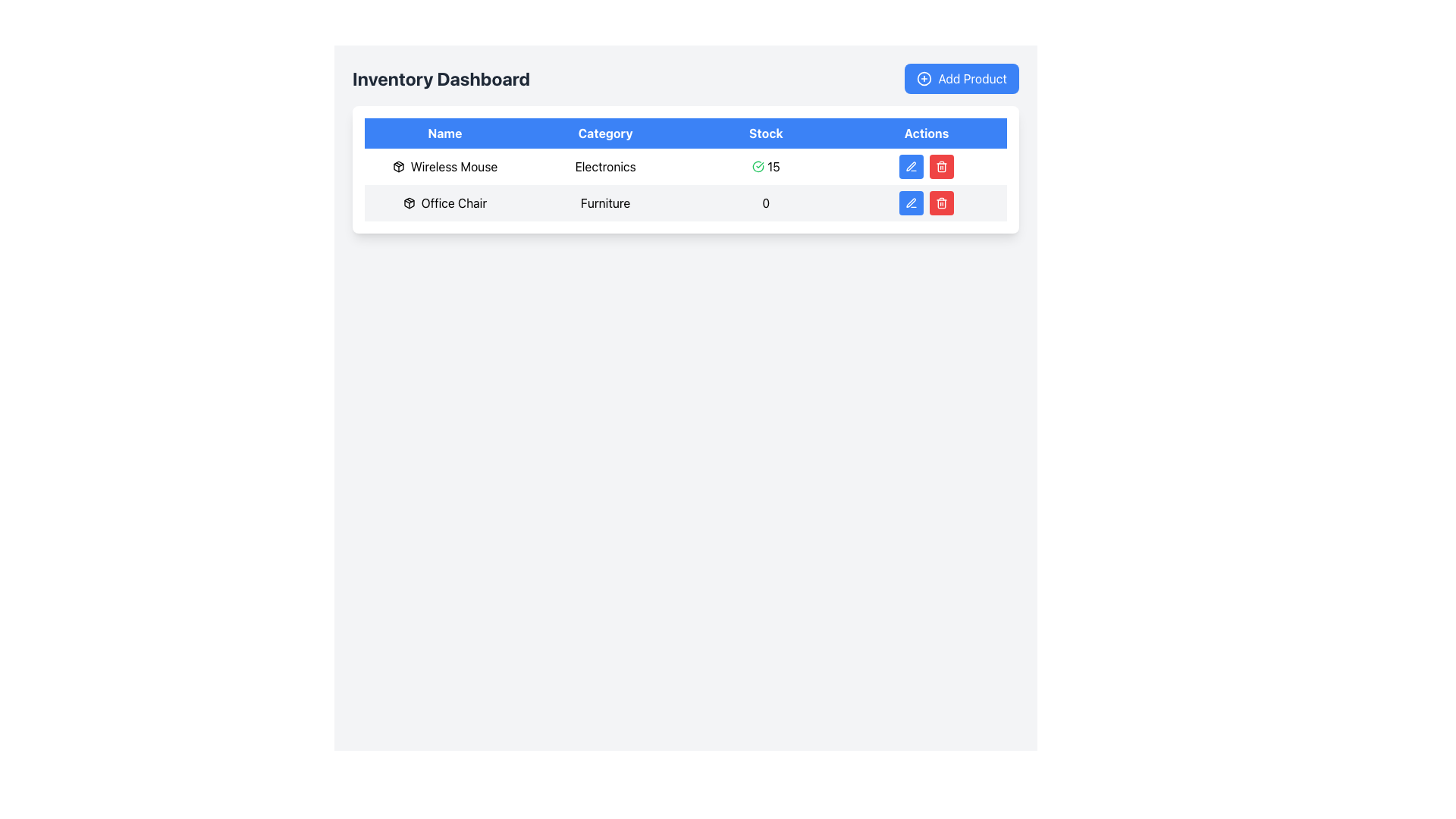  I want to click on the 'Office Chair' text label in the 'Name' column of the inventory table, located between the package icon and the 'Furniture' label, so click(444, 202).